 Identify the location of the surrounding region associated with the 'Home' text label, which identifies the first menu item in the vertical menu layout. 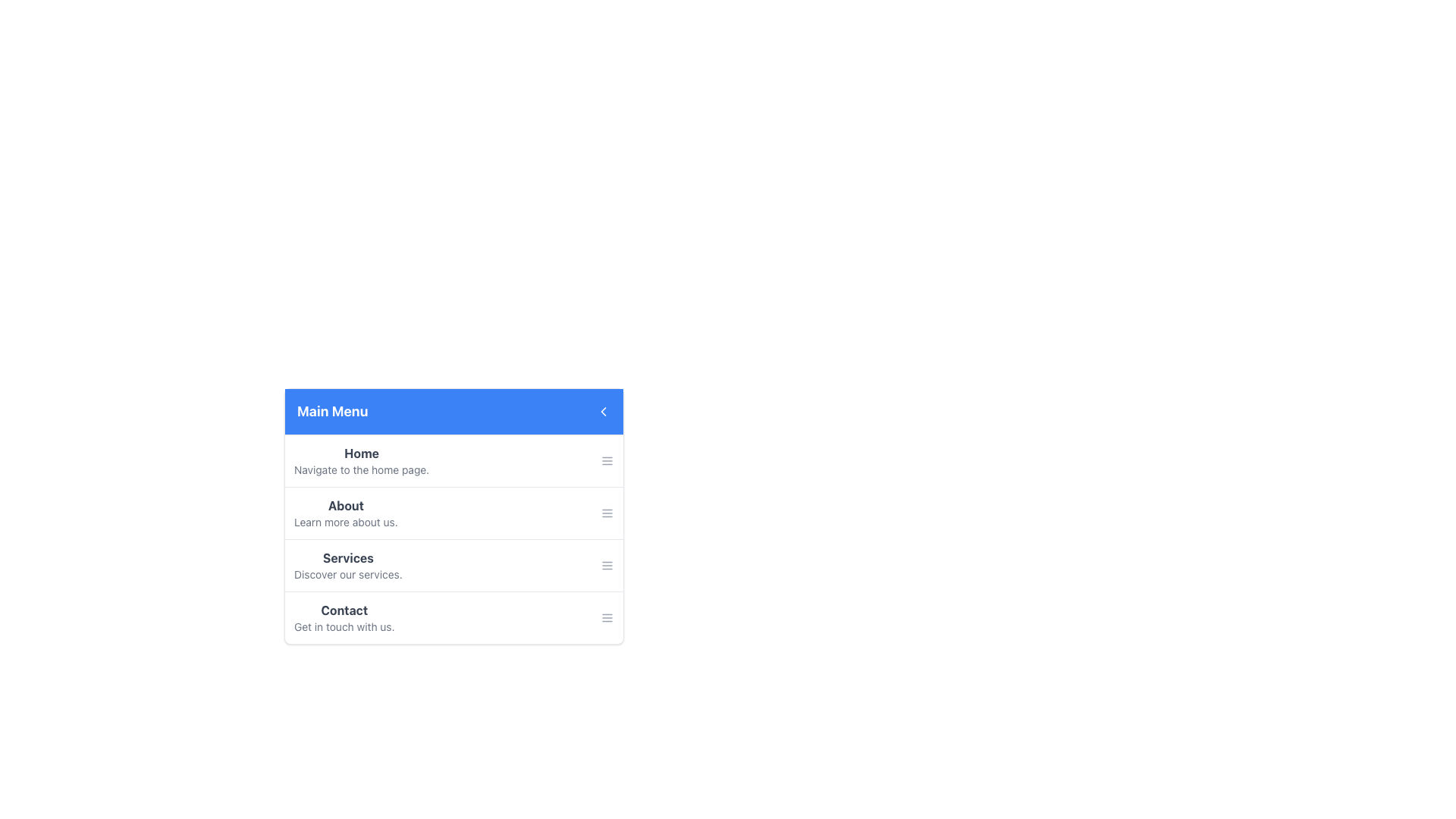
(361, 452).